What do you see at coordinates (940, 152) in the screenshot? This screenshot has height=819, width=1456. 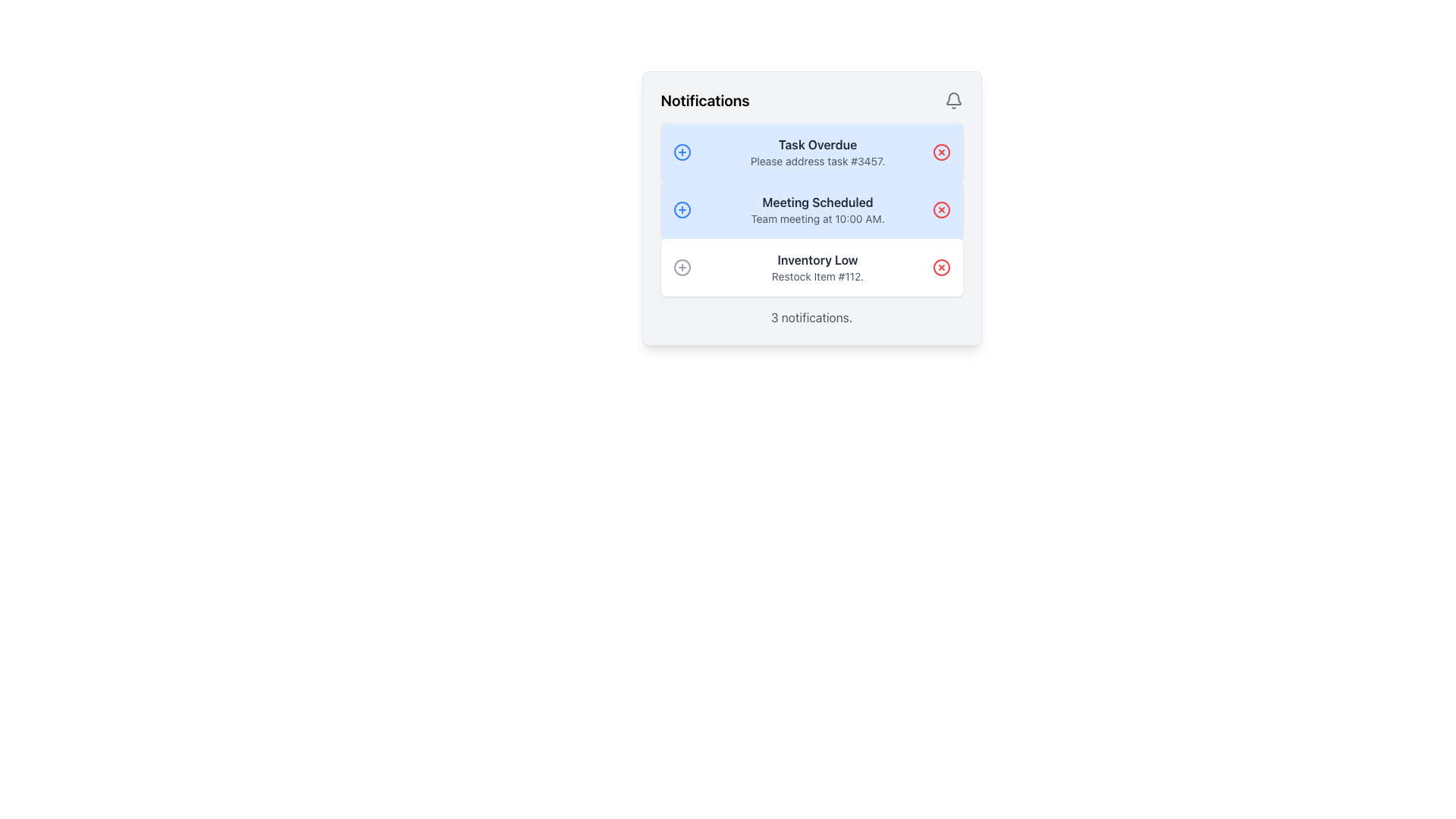 I see `the red circular icon with an 'X' symbol located at the far right of the first notification item under the 'Notifications' header` at bounding box center [940, 152].